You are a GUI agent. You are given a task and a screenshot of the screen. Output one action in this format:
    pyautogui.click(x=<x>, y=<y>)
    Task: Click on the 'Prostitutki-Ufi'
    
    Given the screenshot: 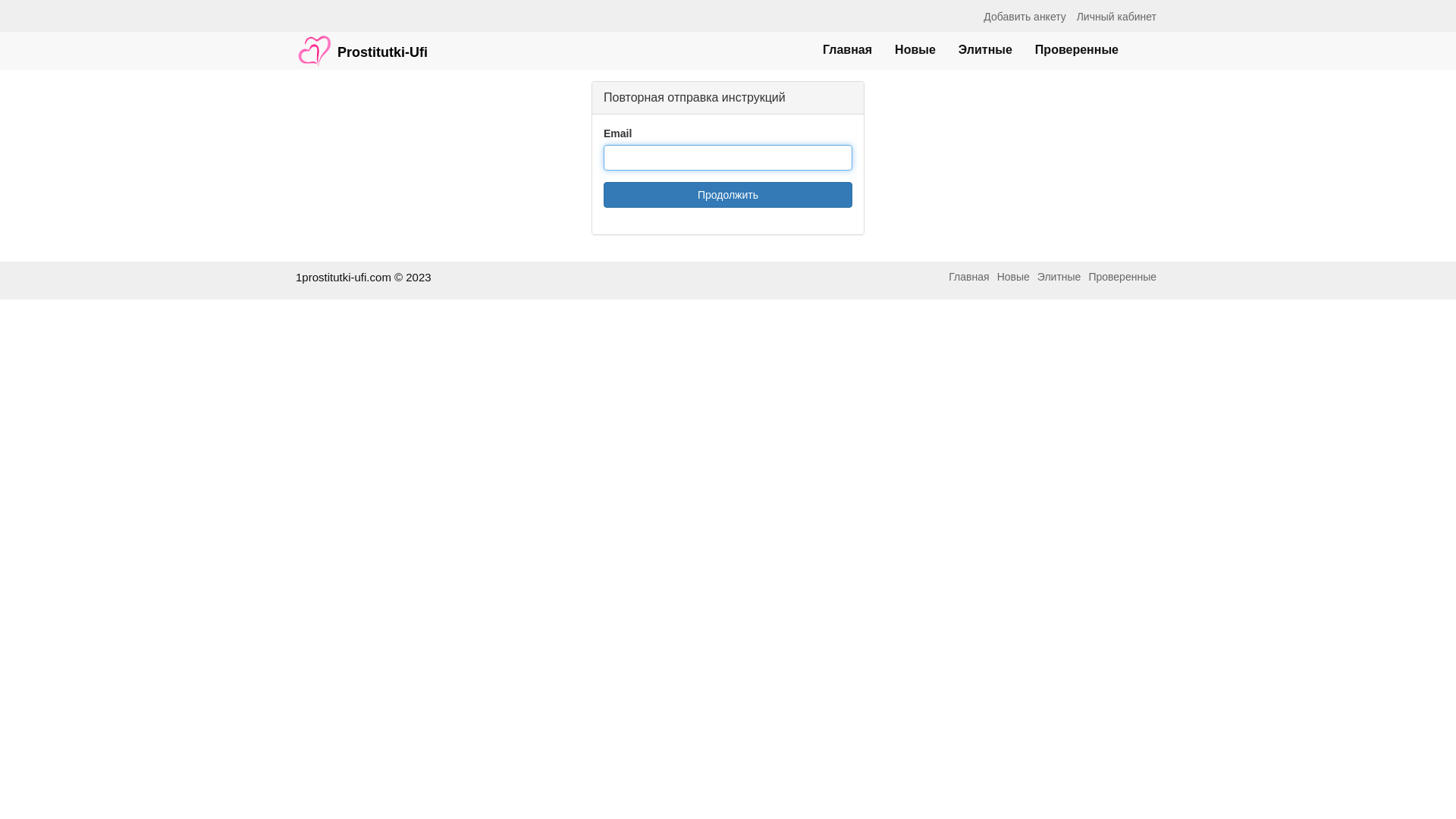 What is the action you would take?
    pyautogui.click(x=360, y=42)
    